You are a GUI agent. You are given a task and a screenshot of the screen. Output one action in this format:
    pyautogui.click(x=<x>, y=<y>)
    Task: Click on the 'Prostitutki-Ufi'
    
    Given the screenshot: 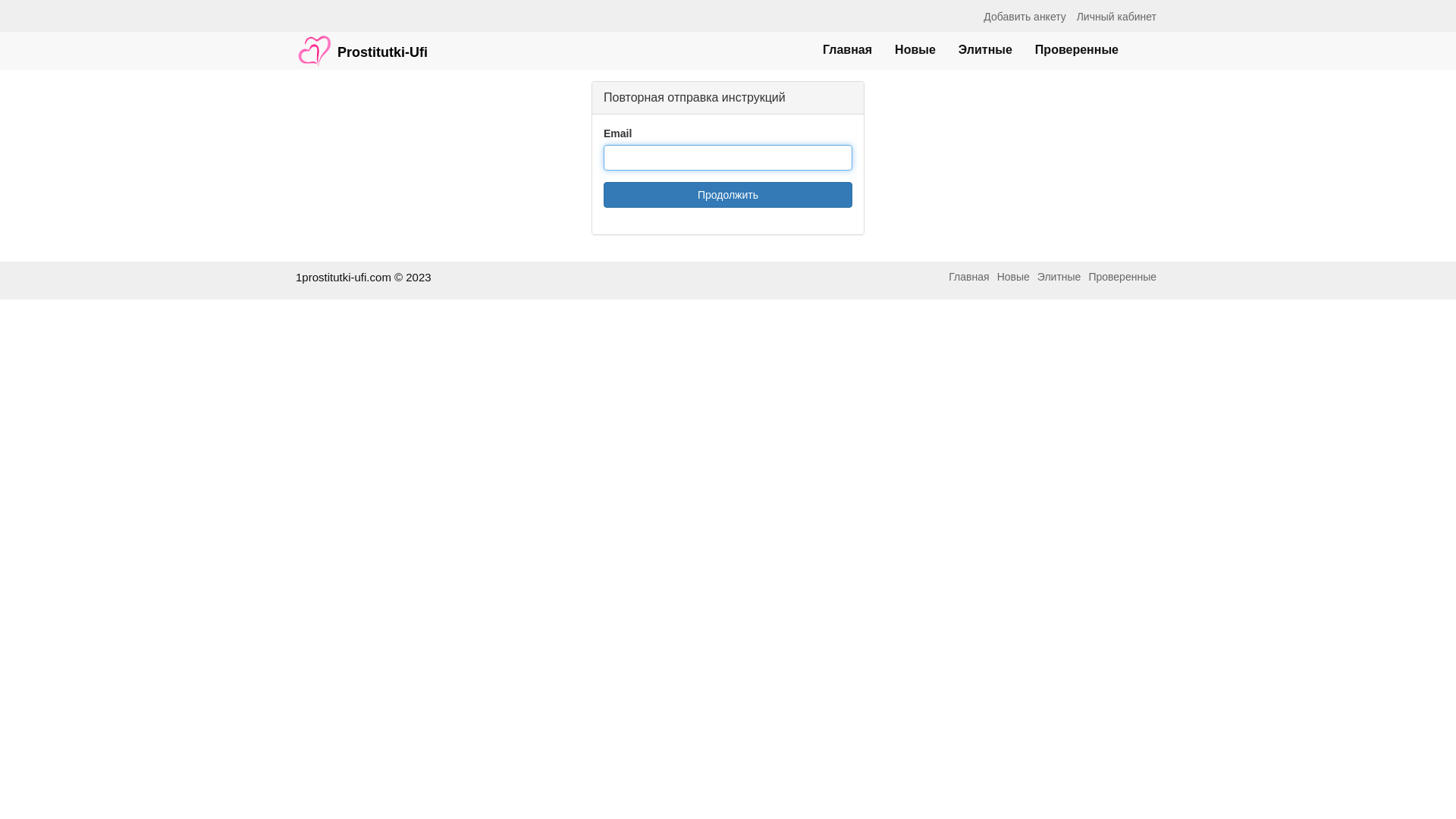 What is the action you would take?
    pyautogui.click(x=360, y=42)
    